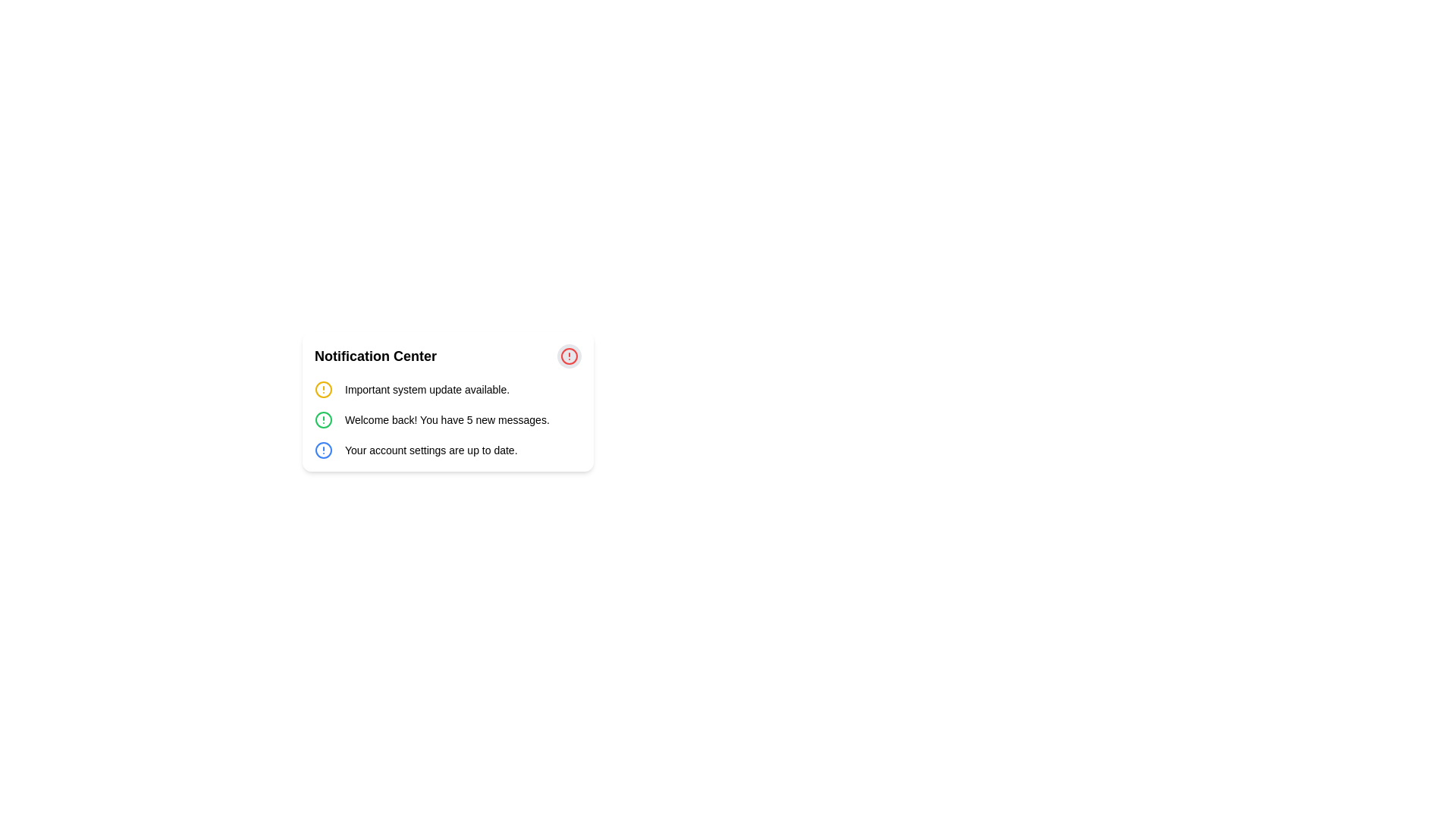 Image resolution: width=1456 pixels, height=819 pixels. Describe the element at coordinates (447, 388) in the screenshot. I see `text of the topmost notification in the Notification Center, which indicates 'Important system update available.'` at that location.